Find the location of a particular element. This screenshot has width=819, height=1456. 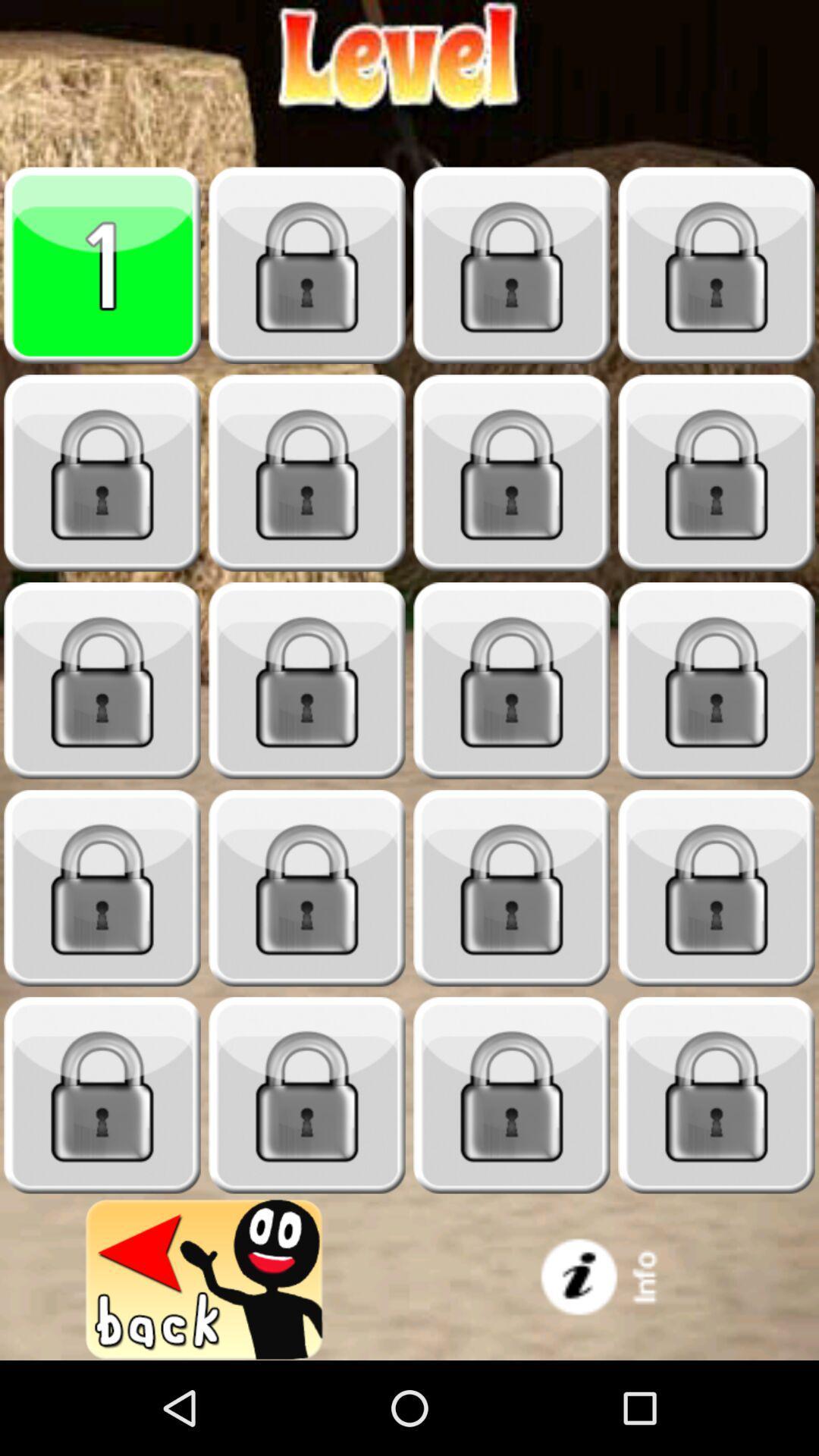

item locked is located at coordinates (717, 888).